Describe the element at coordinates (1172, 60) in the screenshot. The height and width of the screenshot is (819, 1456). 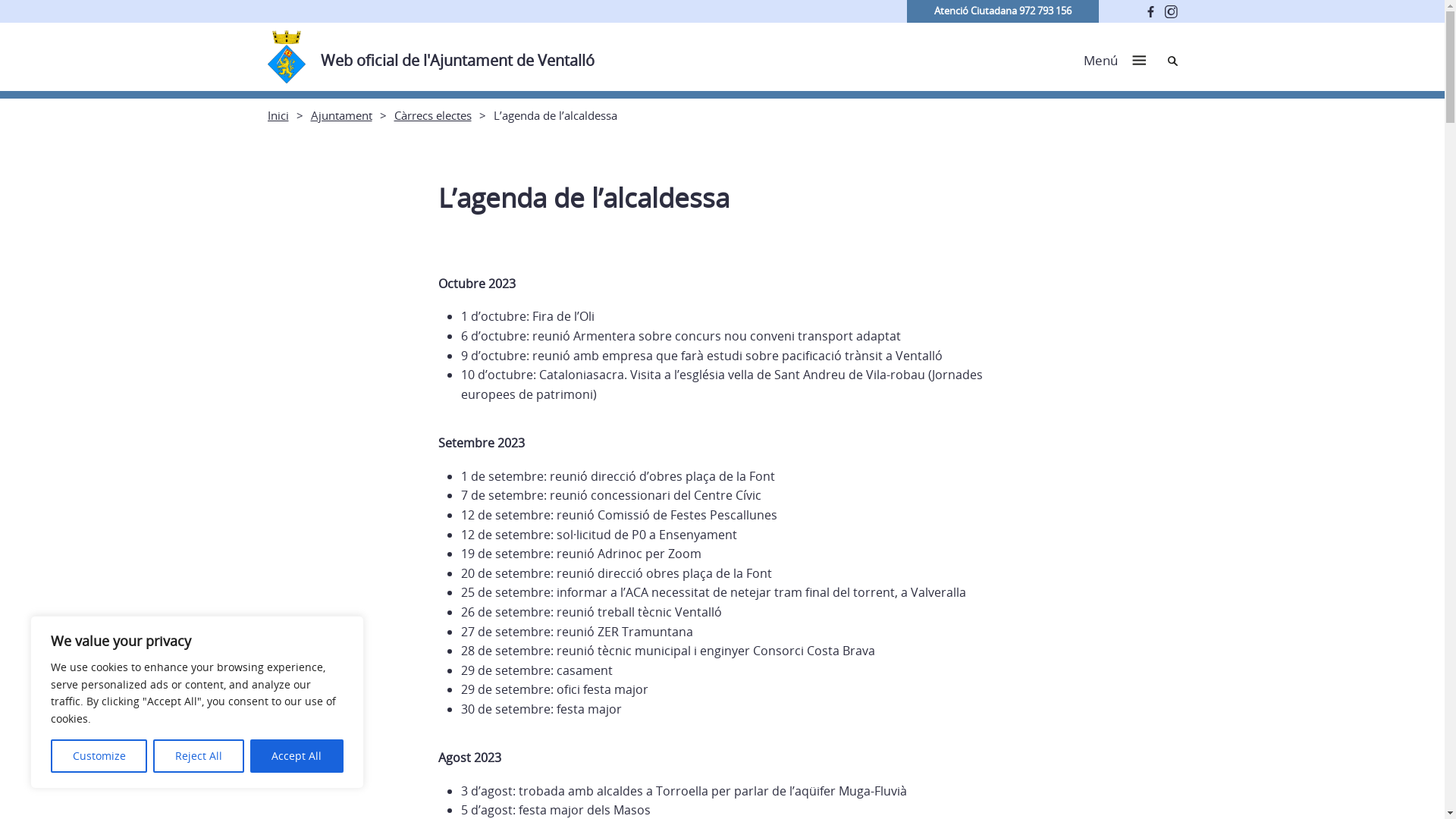
I see `'Cerca'` at that location.